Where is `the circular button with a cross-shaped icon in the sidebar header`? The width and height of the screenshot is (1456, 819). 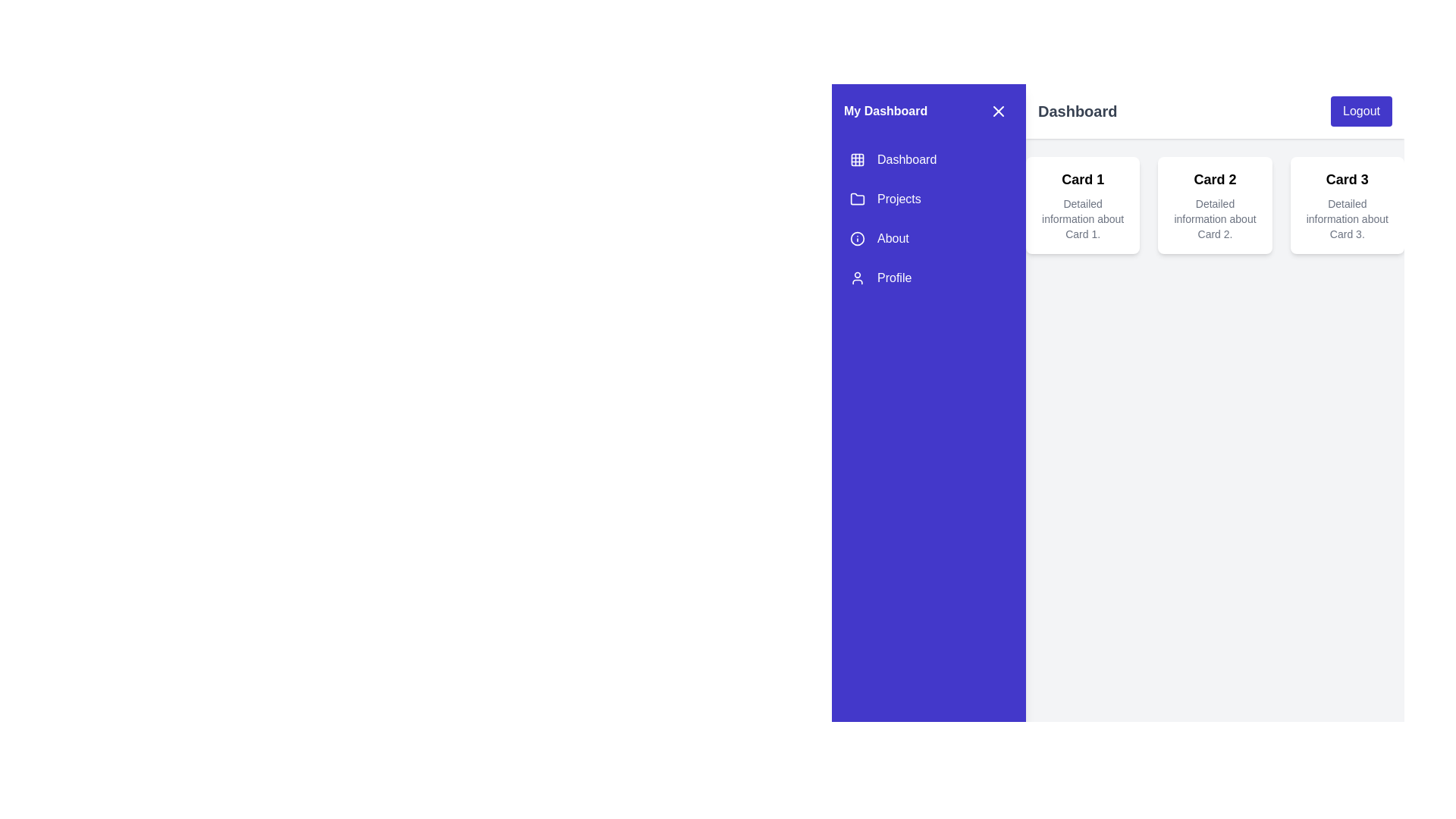 the circular button with a cross-shaped icon in the sidebar header is located at coordinates (998, 110).